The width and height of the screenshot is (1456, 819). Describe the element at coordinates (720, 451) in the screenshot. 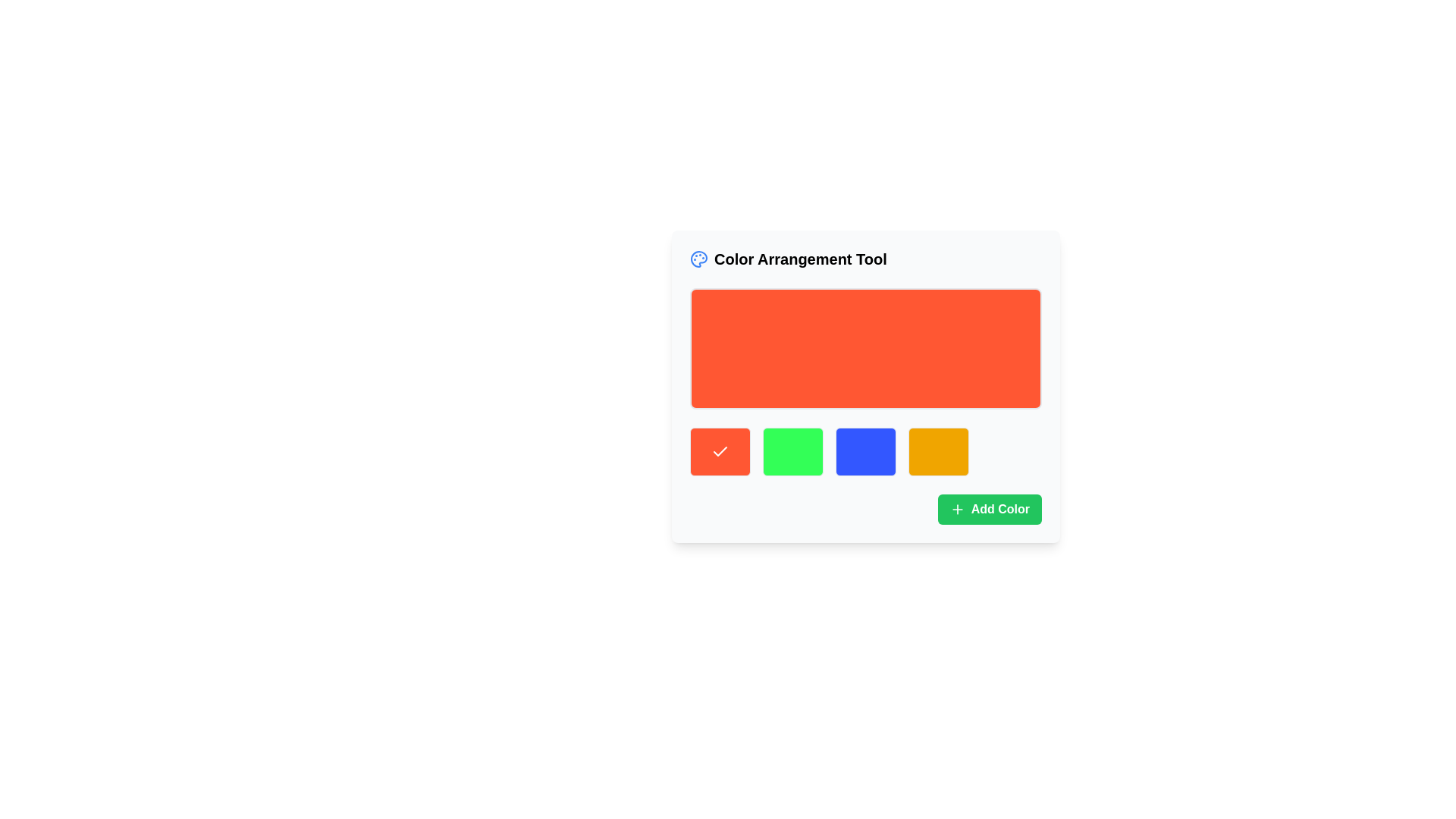

I see `the bright red square button with a rounded border that has a white checkmark icon, located at the top-left corner of the row of five buttons` at that location.